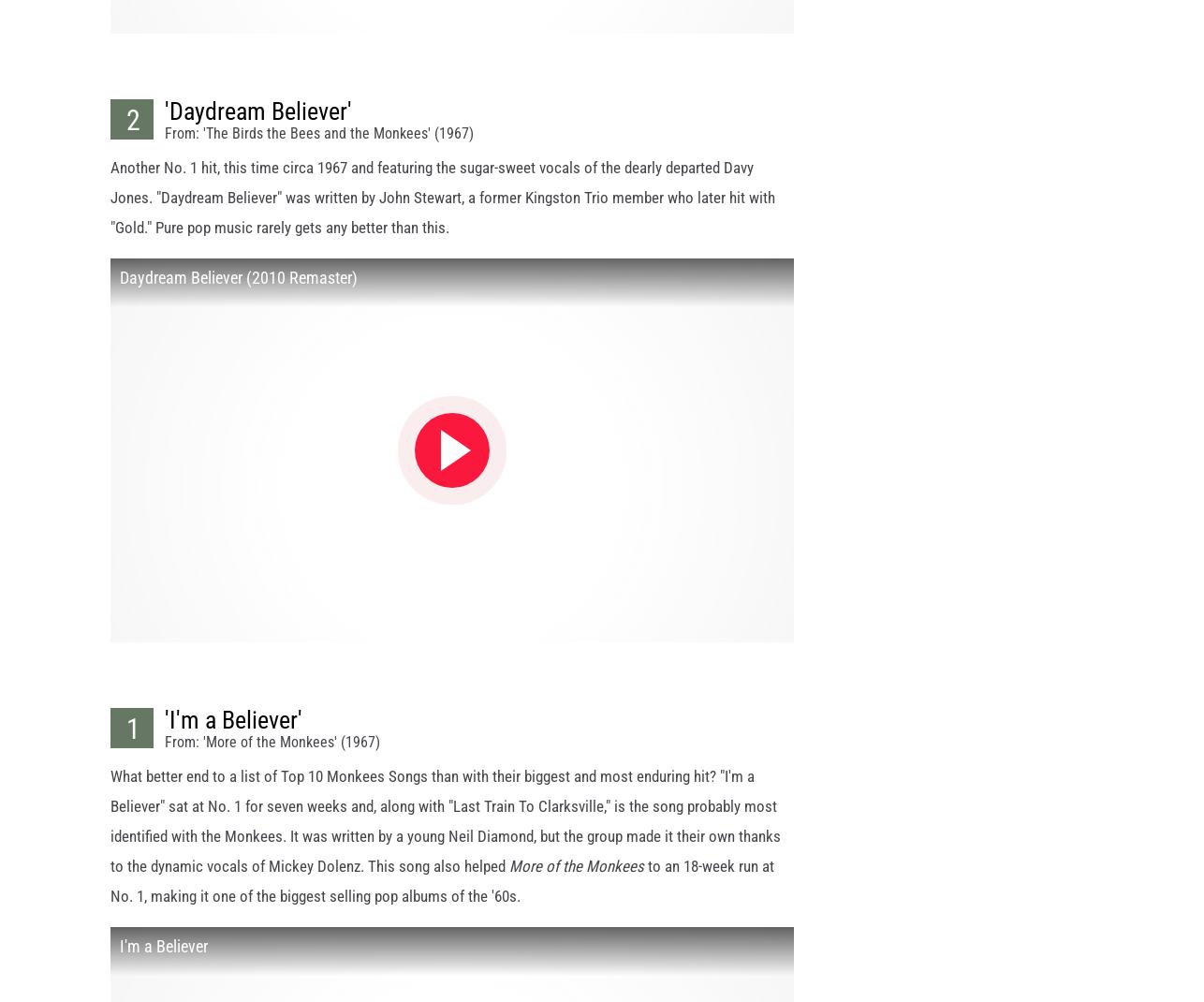 The width and height of the screenshot is (1204, 1002). Describe the element at coordinates (165, 150) in the screenshot. I see `'From: 'The Birds the Bees and the Monkees' (1967)'` at that location.